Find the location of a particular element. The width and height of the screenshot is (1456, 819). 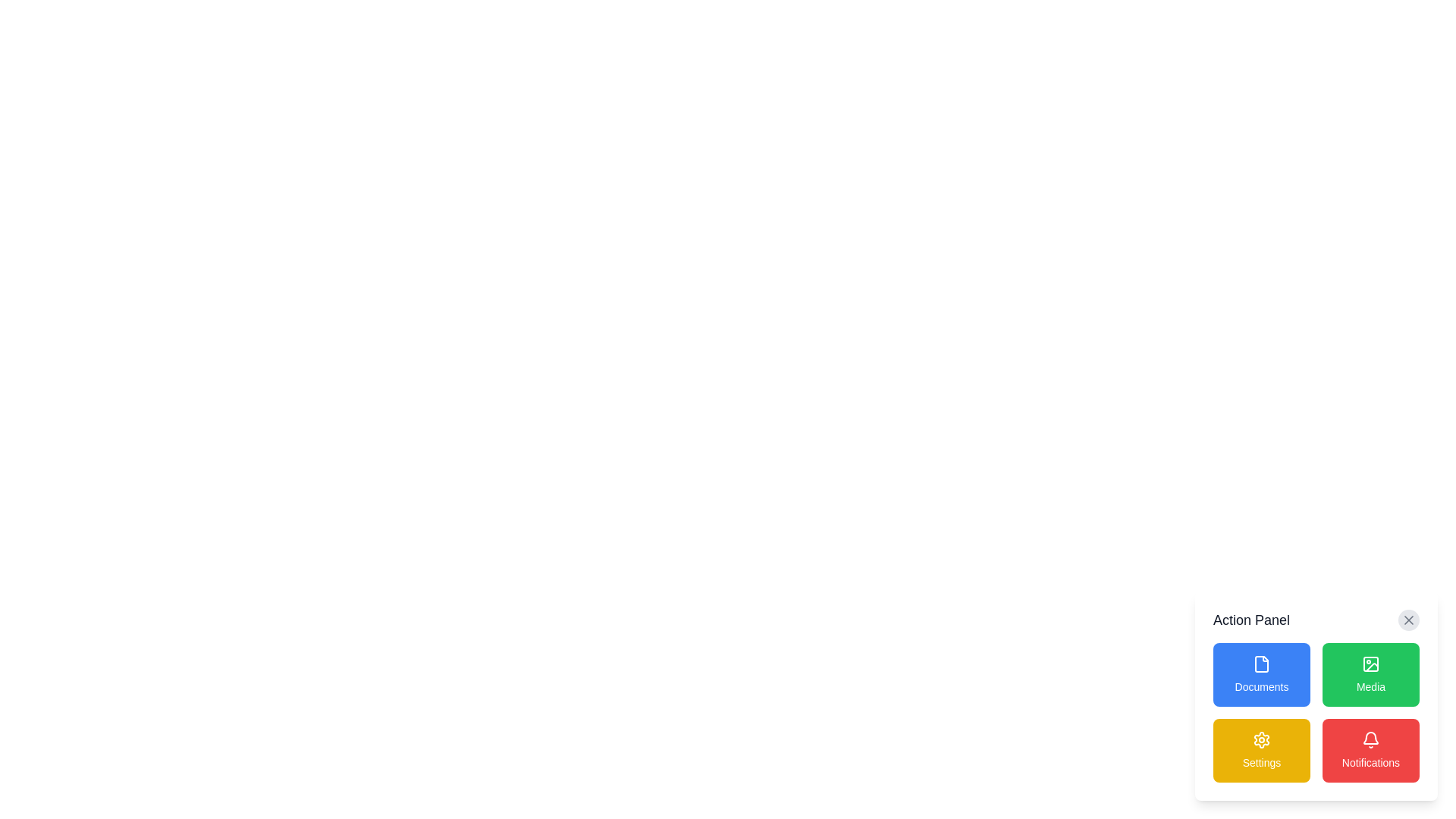

the 'Settings' icon located in the bright yellow box in the bottom-left corner of the Action Panel is located at coordinates (1262, 739).